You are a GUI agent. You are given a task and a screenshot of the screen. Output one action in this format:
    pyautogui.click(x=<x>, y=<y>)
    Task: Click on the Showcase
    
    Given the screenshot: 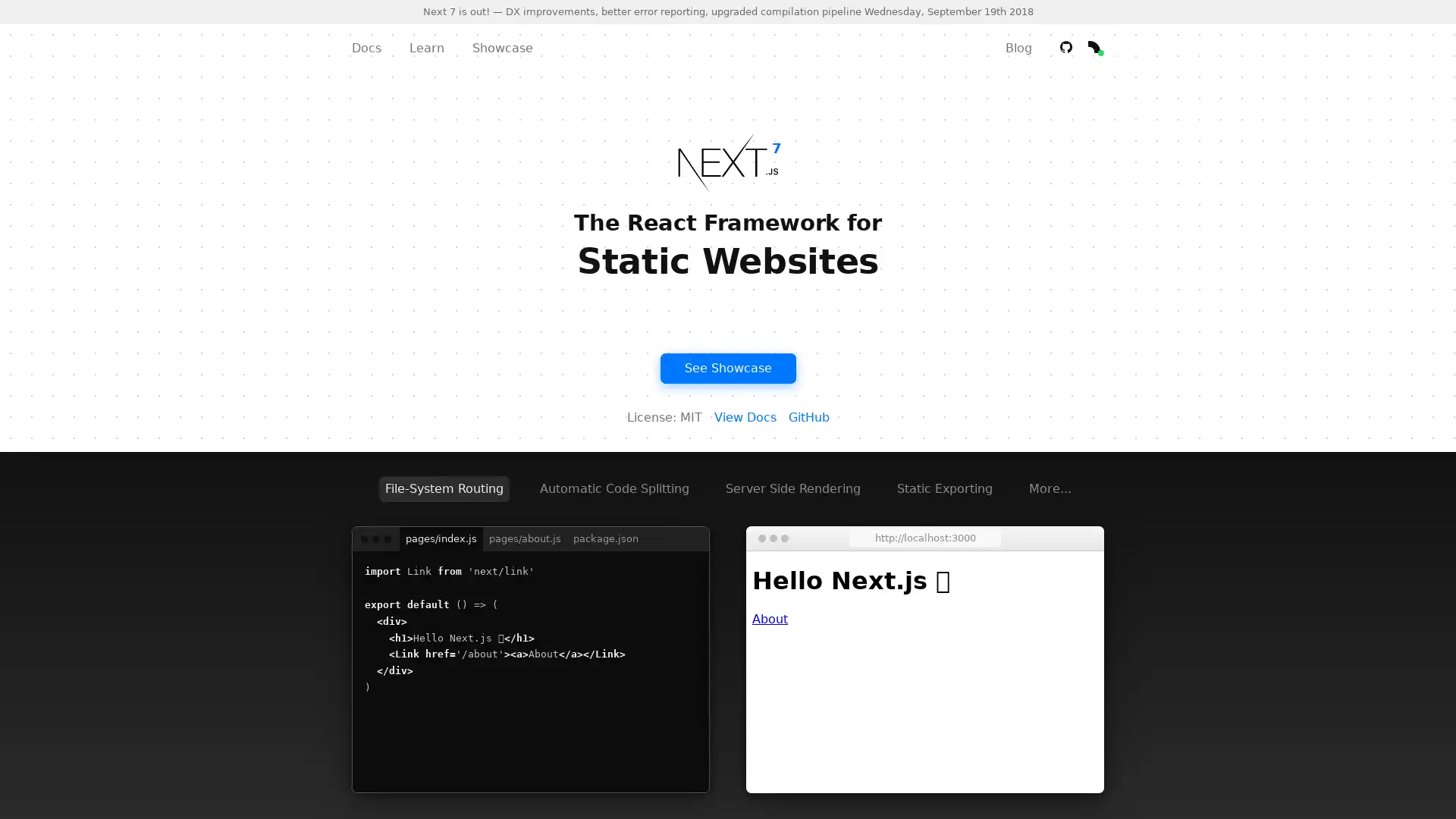 What is the action you would take?
    pyautogui.click(x=502, y=47)
    